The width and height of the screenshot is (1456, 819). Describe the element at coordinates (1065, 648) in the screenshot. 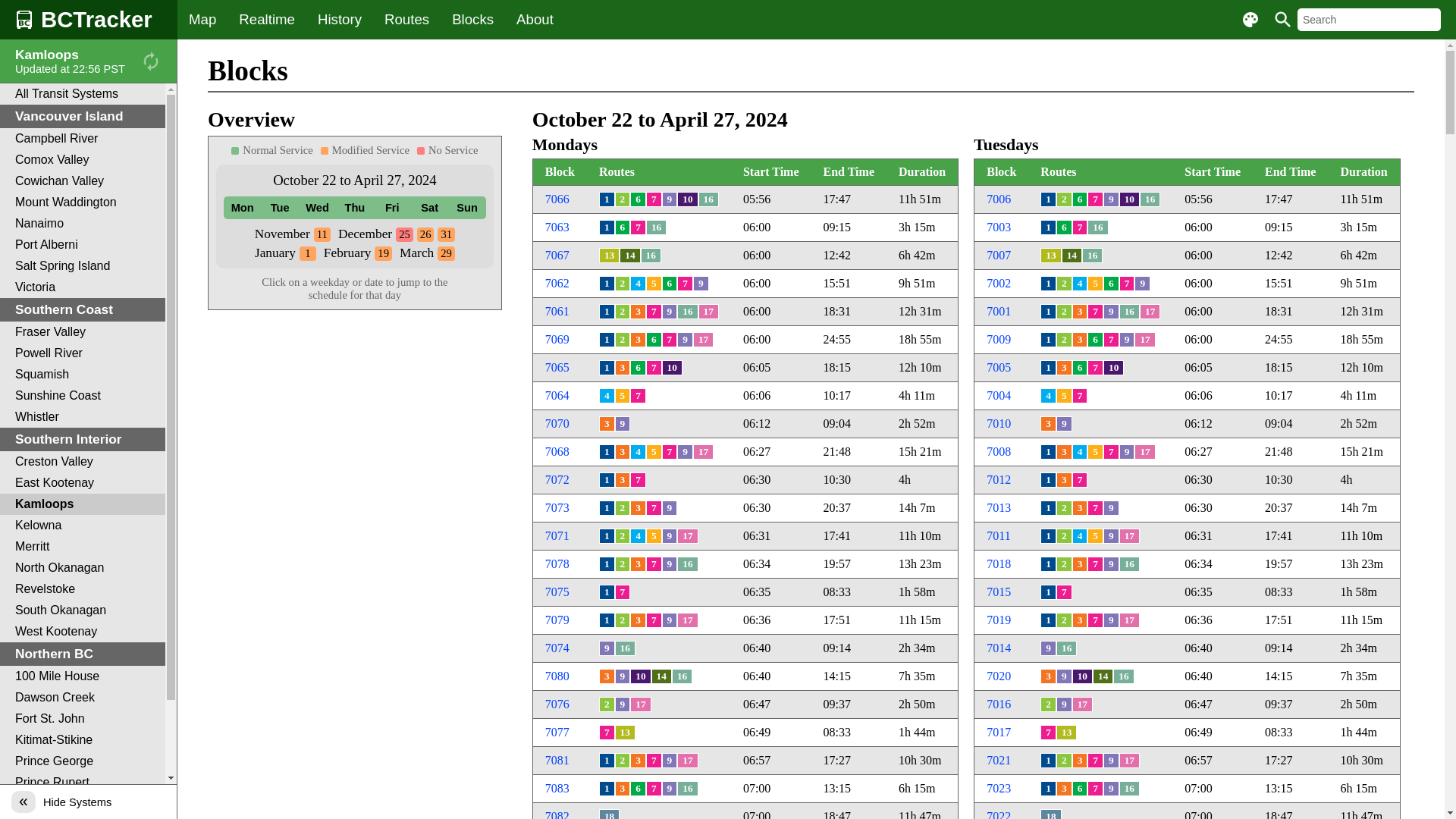

I see `'16'` at that location.